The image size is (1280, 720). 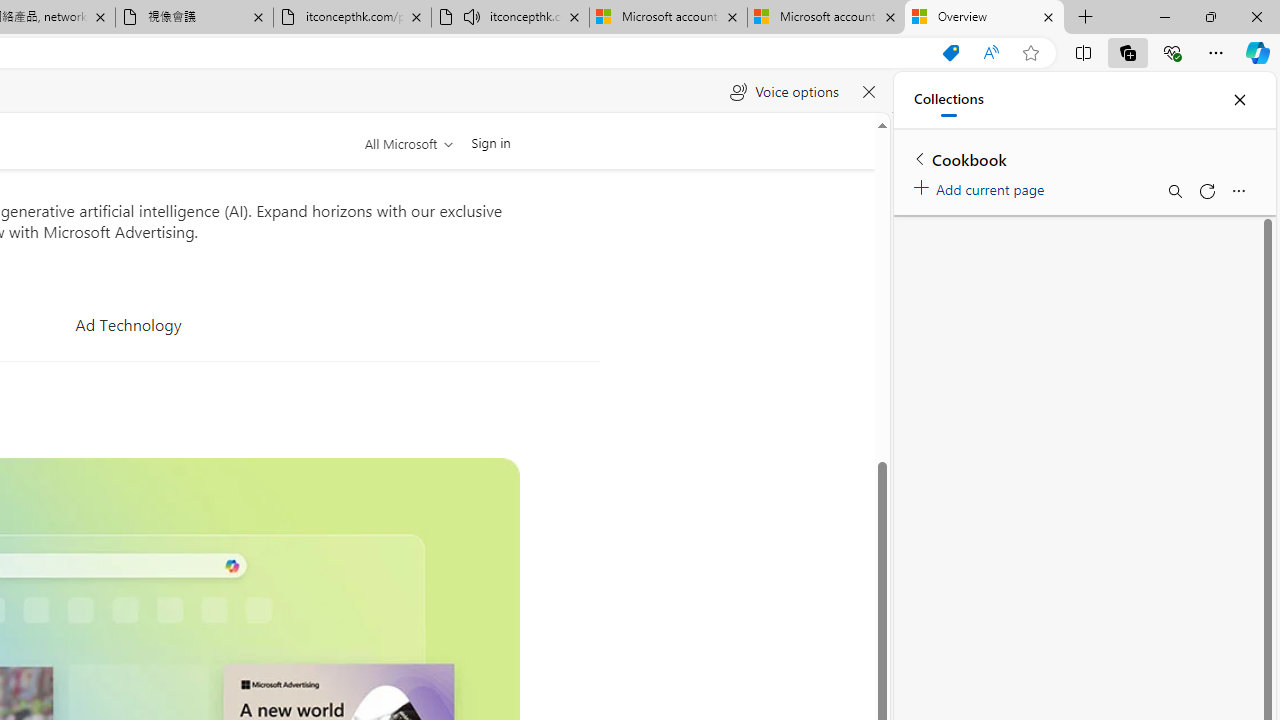 I want to click on 'Overview', so click(x=984, y=17).